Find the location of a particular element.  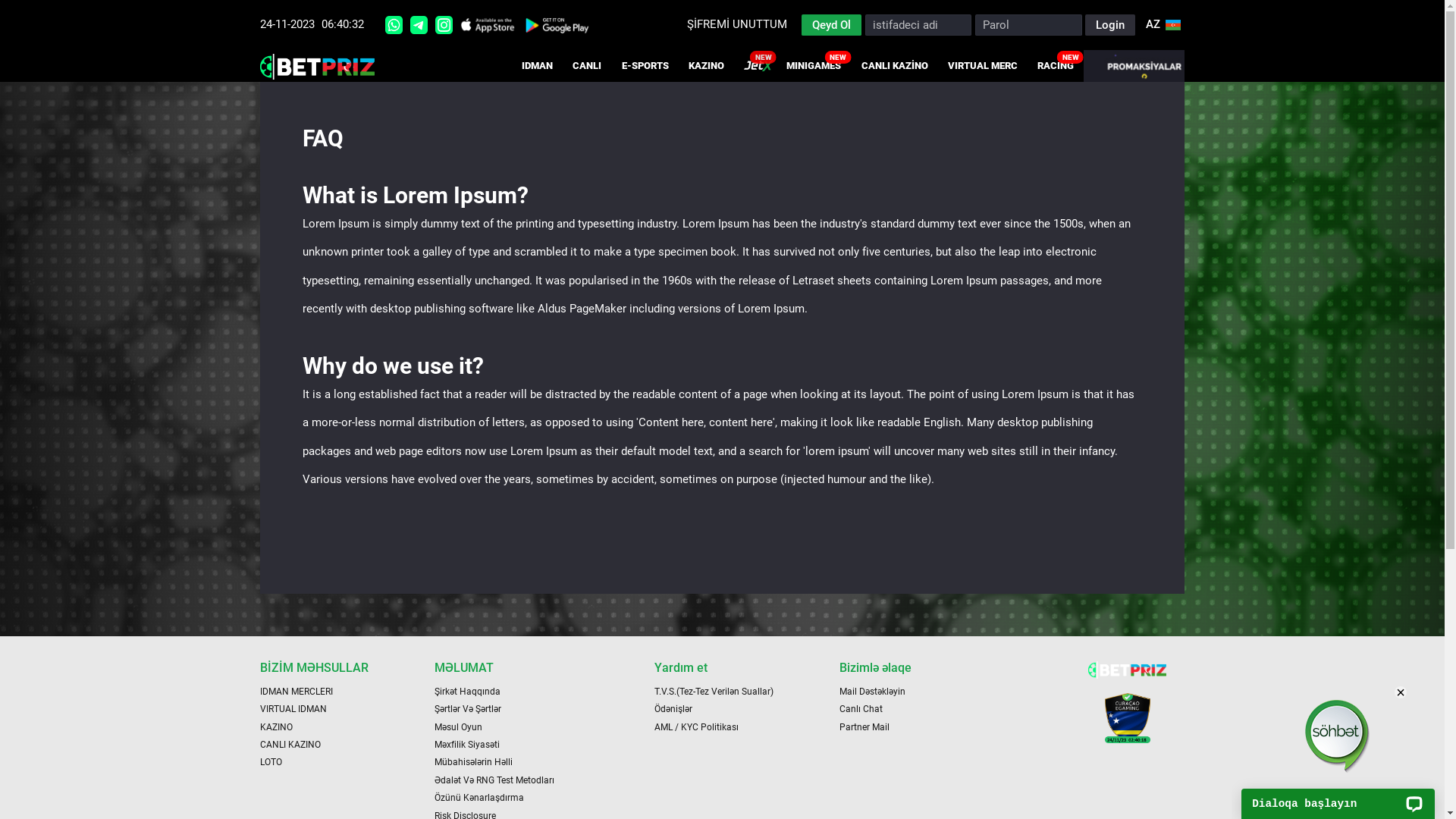

'VIRTUAL IDMAN' is located at coordinates (293, 708).